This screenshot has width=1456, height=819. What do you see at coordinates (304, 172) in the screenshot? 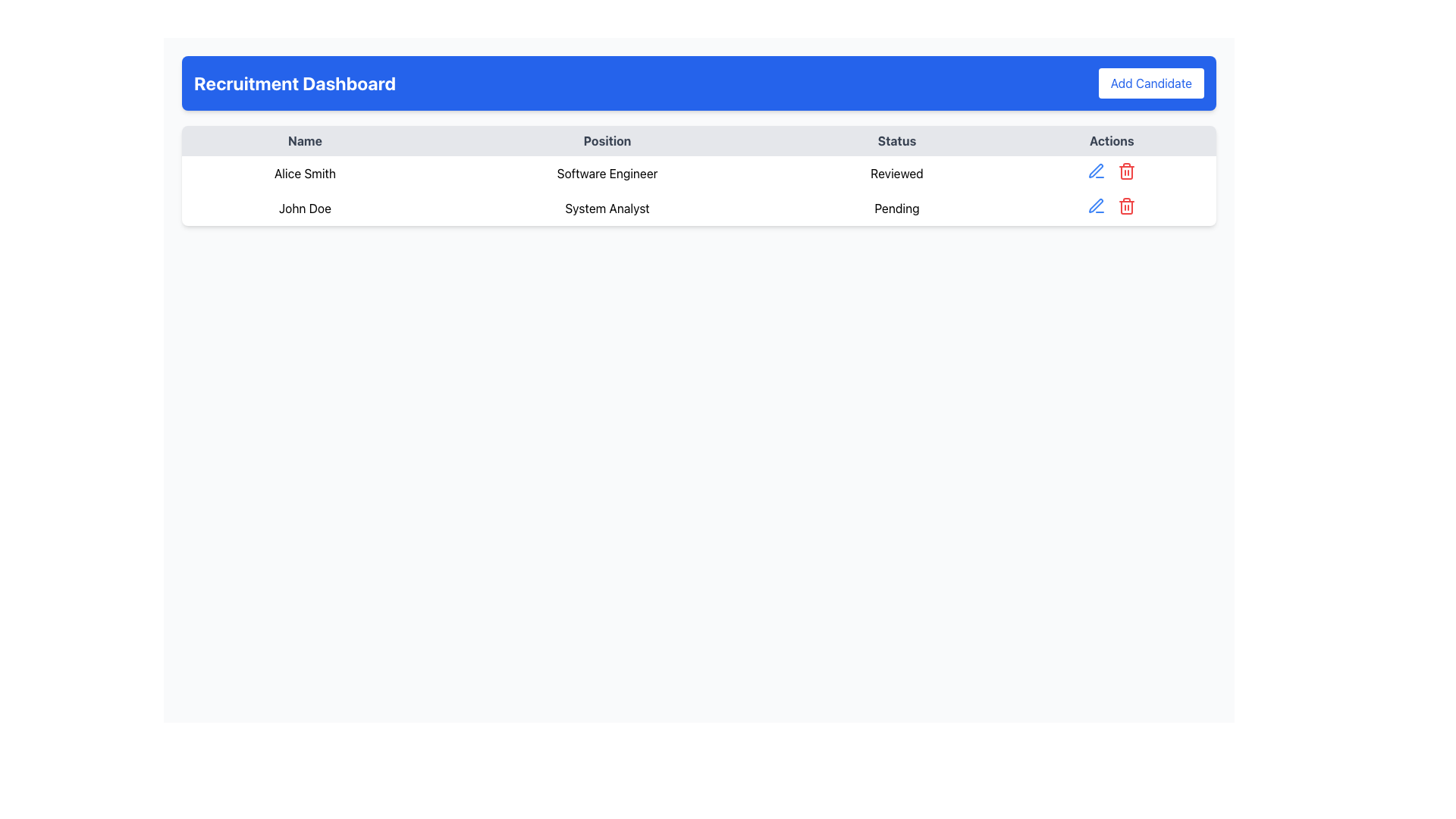
I see `the text label identifying 'Alice Smith' located in the first cell of the first data row under the 'Name' column` at bounding box center [304, 172].